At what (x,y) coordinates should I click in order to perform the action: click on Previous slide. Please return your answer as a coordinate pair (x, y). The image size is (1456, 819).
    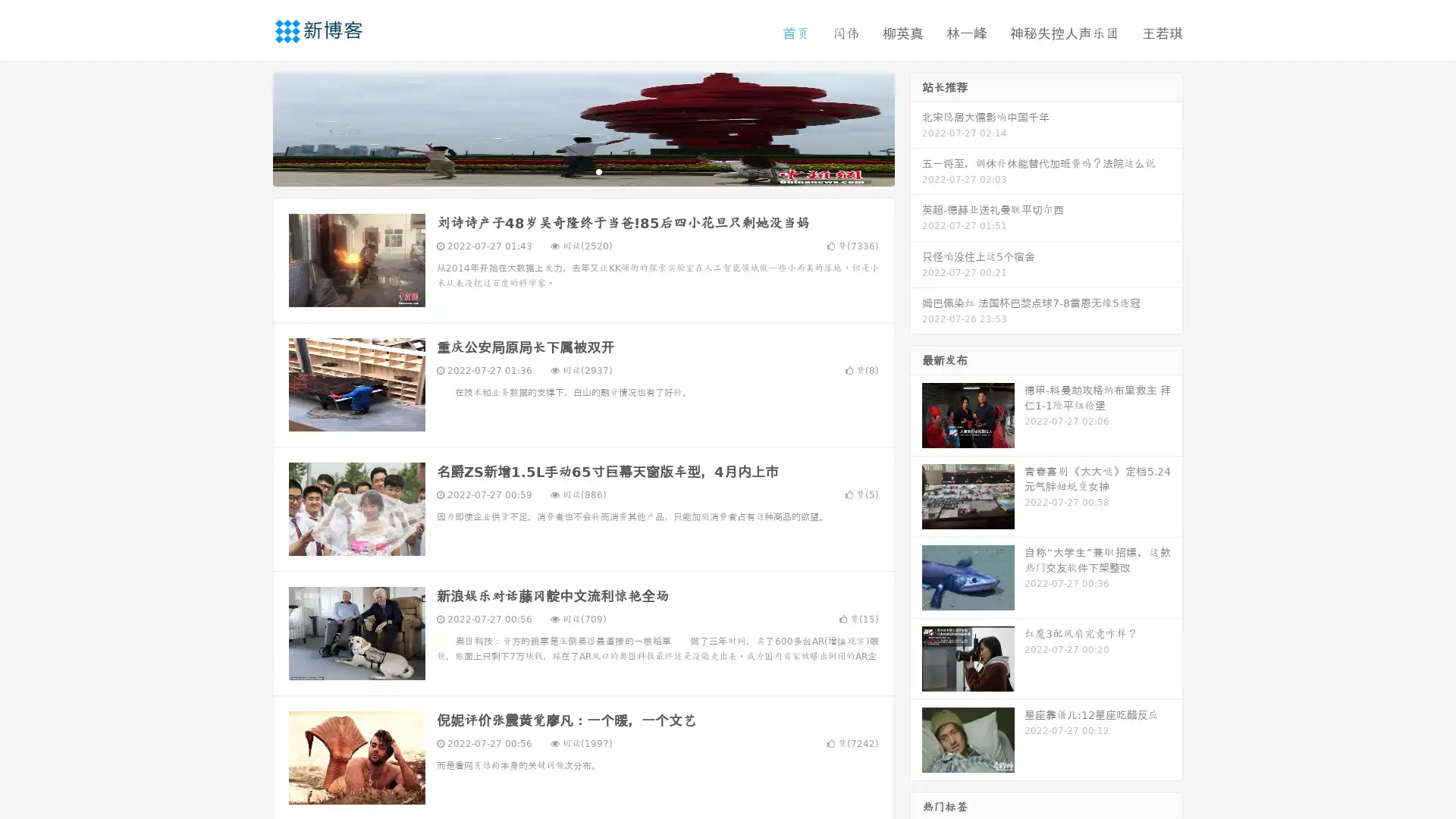
    Looking at the image, I should click on (250, 127).